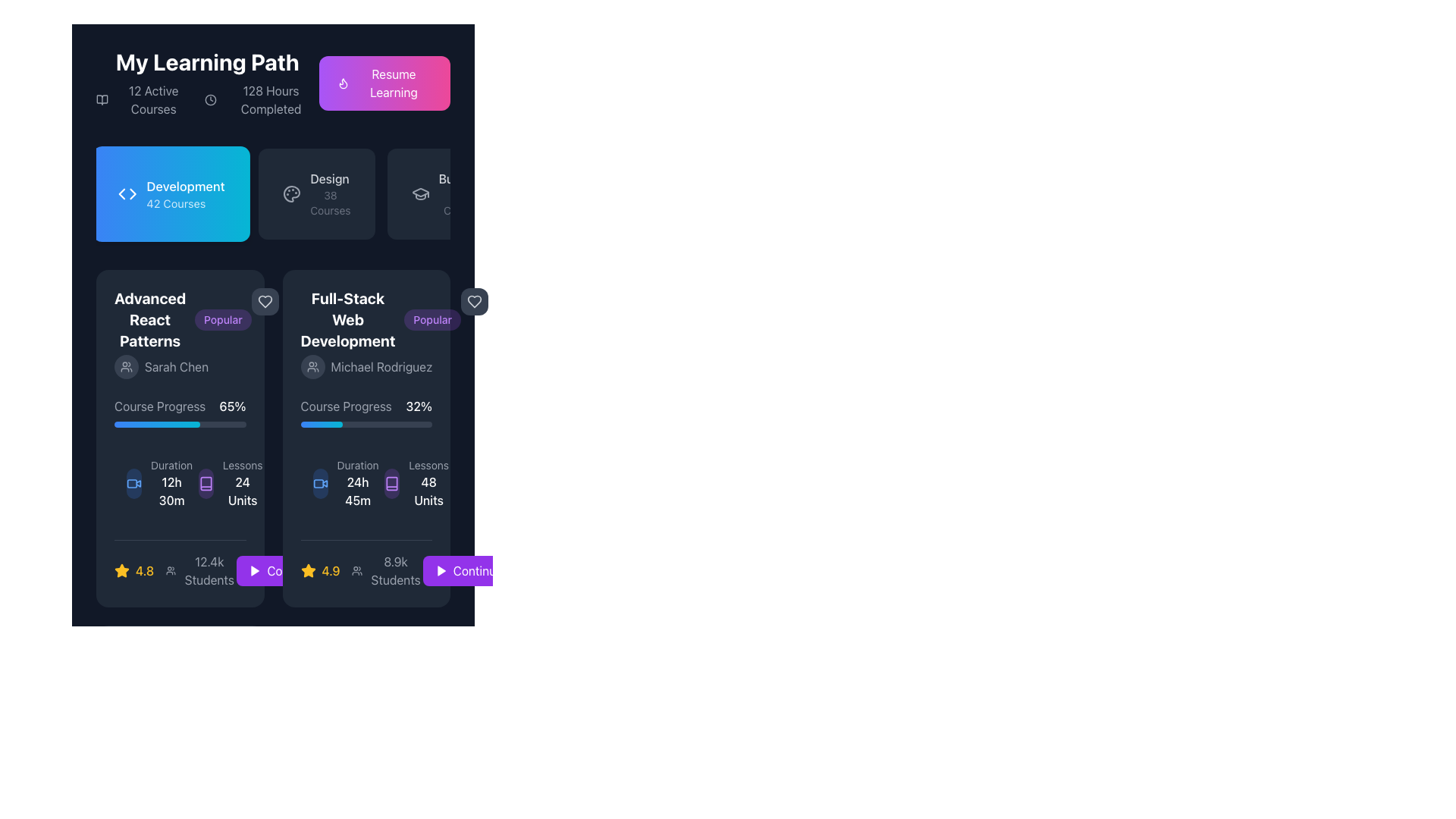 The image size is (1456, 819). Describe the element at coordinates (180, 406) in the screenshot. I see `the Label displaying the progress of the course 'Advanced React Patterns', located above the progress bar and below the author's name` at that location.